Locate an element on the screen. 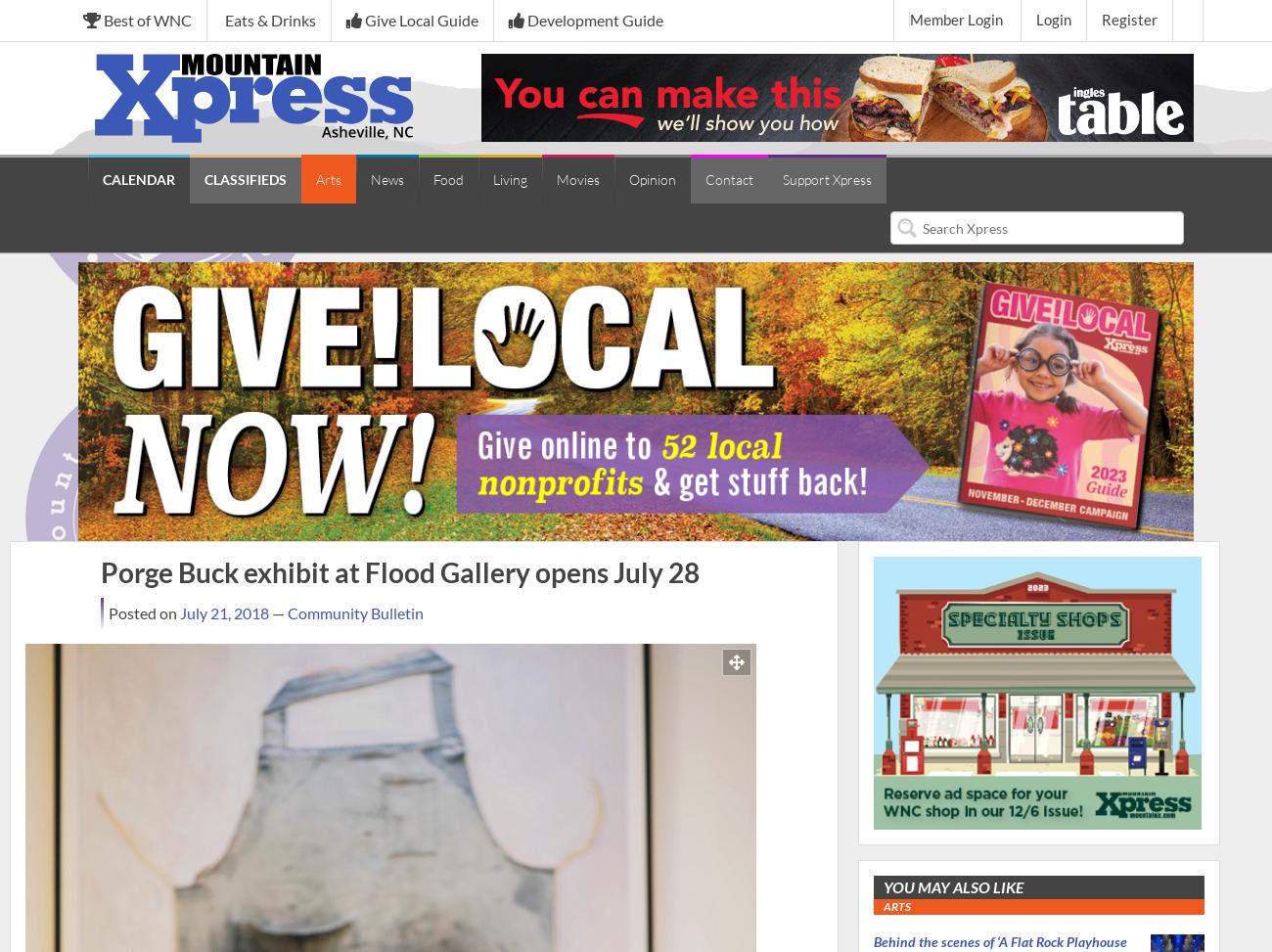  'Opinion' is located at coordinates (652, 179).